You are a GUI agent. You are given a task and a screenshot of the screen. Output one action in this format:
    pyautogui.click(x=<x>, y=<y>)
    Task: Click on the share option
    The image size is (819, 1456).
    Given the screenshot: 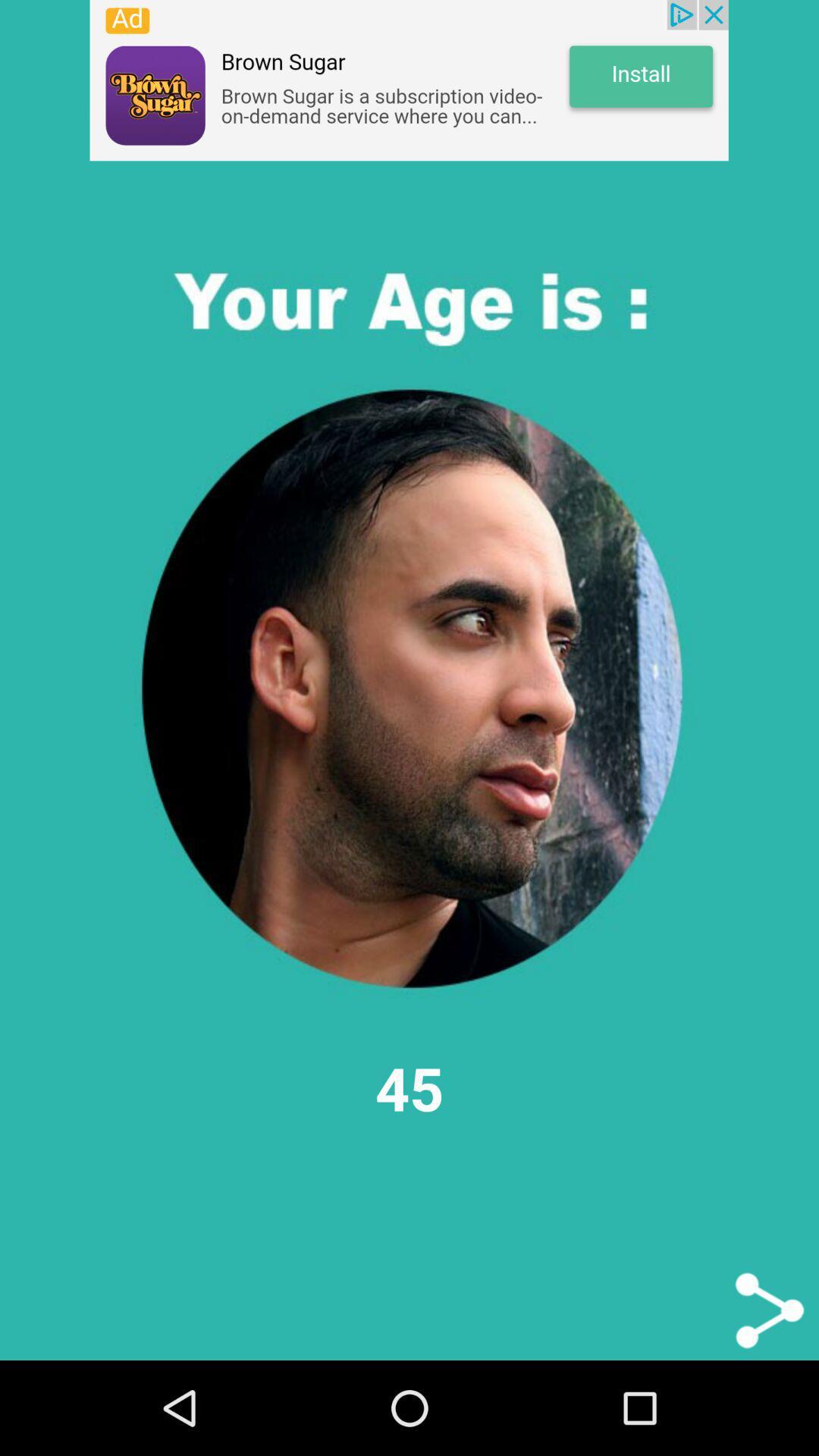 What is the action you would take?
    pyautogui.click(x=769, y=1310)
    